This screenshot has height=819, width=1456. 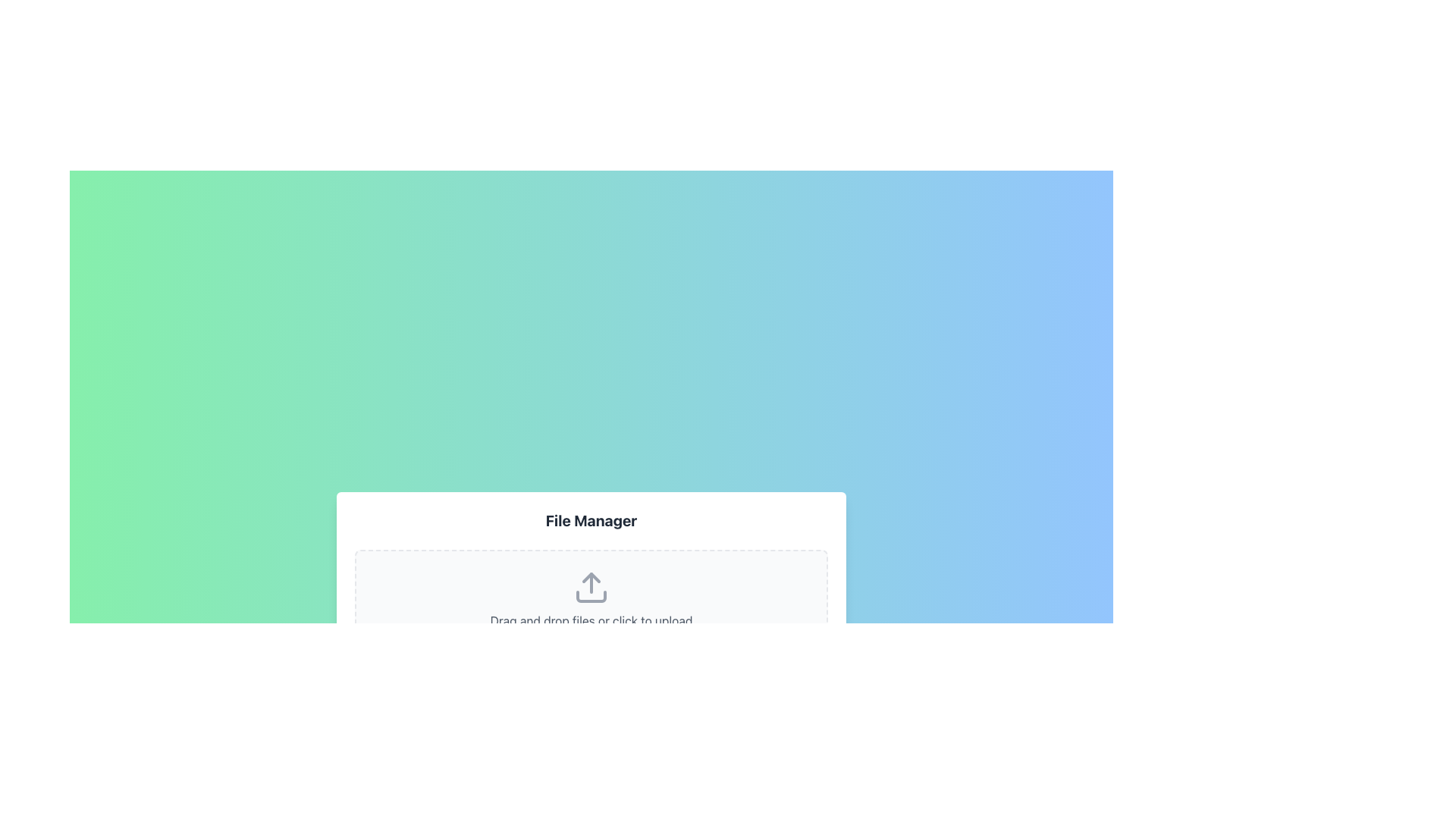 I want to click on the Interactive Upload Zone, which is a rectangular area with dashed borders and rounded corners, featuring centered text stating 'Drag and drop files or click to upload', so click(x=590, y=598).